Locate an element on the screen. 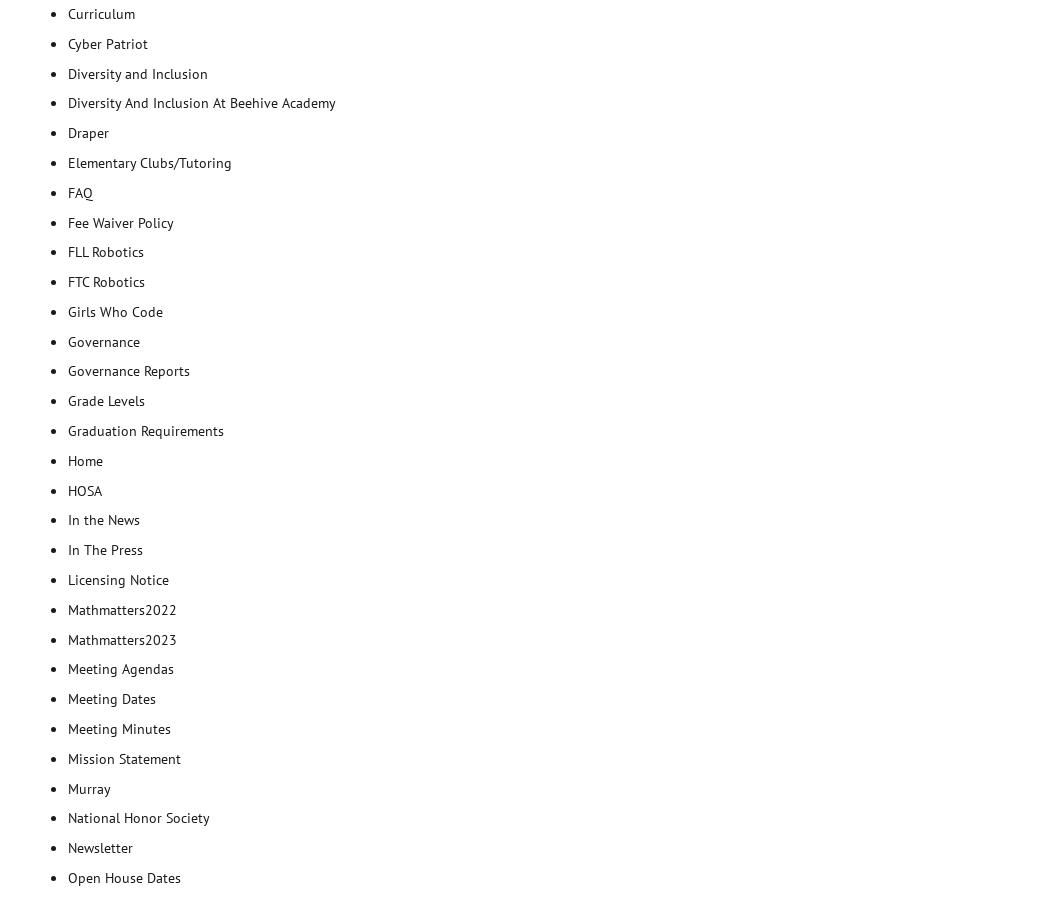 The height and width of the screenshot is (901, 1050). 'Governance Reports' is located at coordinates (128, 370).